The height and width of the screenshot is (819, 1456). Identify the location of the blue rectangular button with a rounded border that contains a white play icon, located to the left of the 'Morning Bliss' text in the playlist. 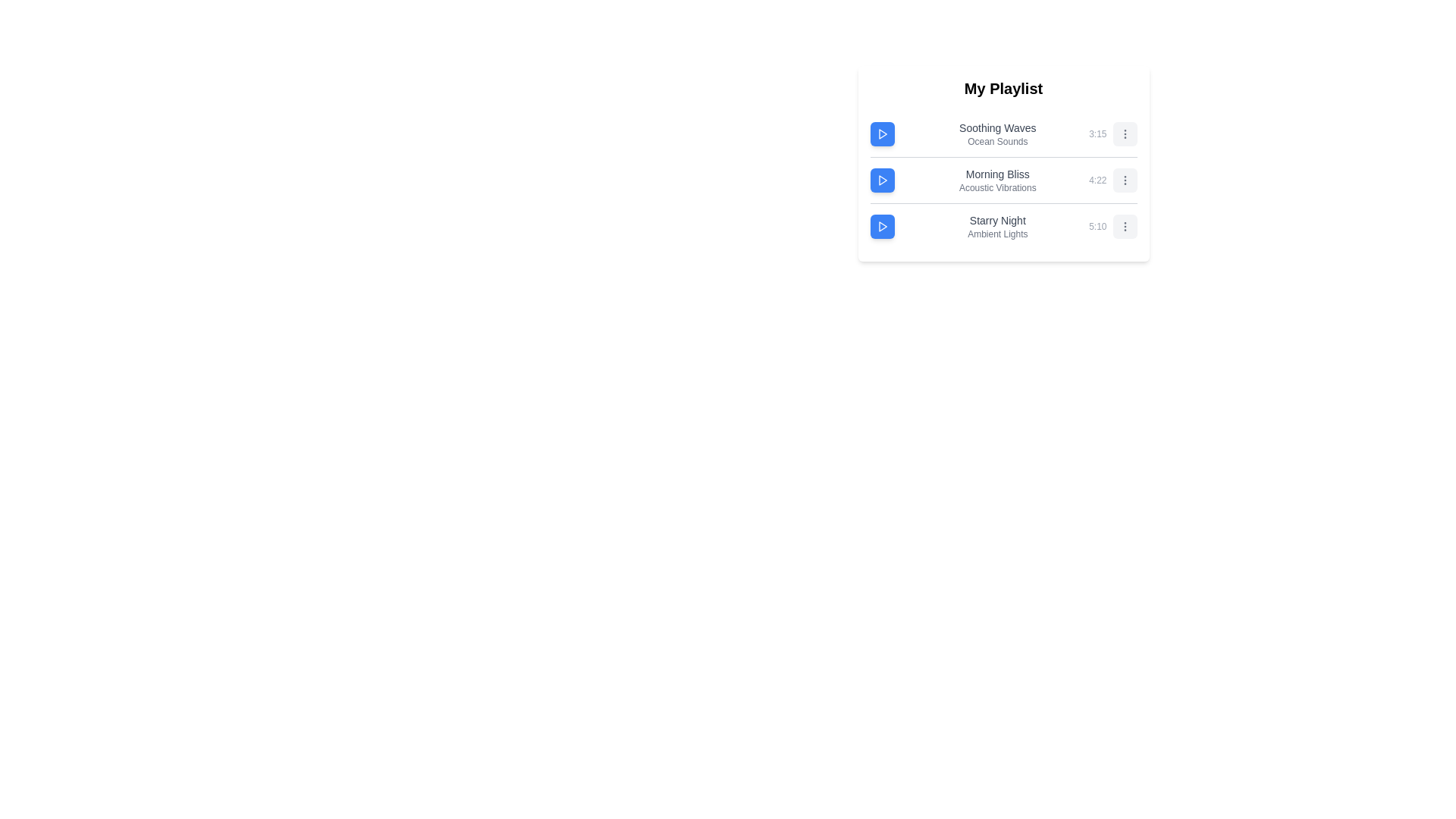
(882, 180).